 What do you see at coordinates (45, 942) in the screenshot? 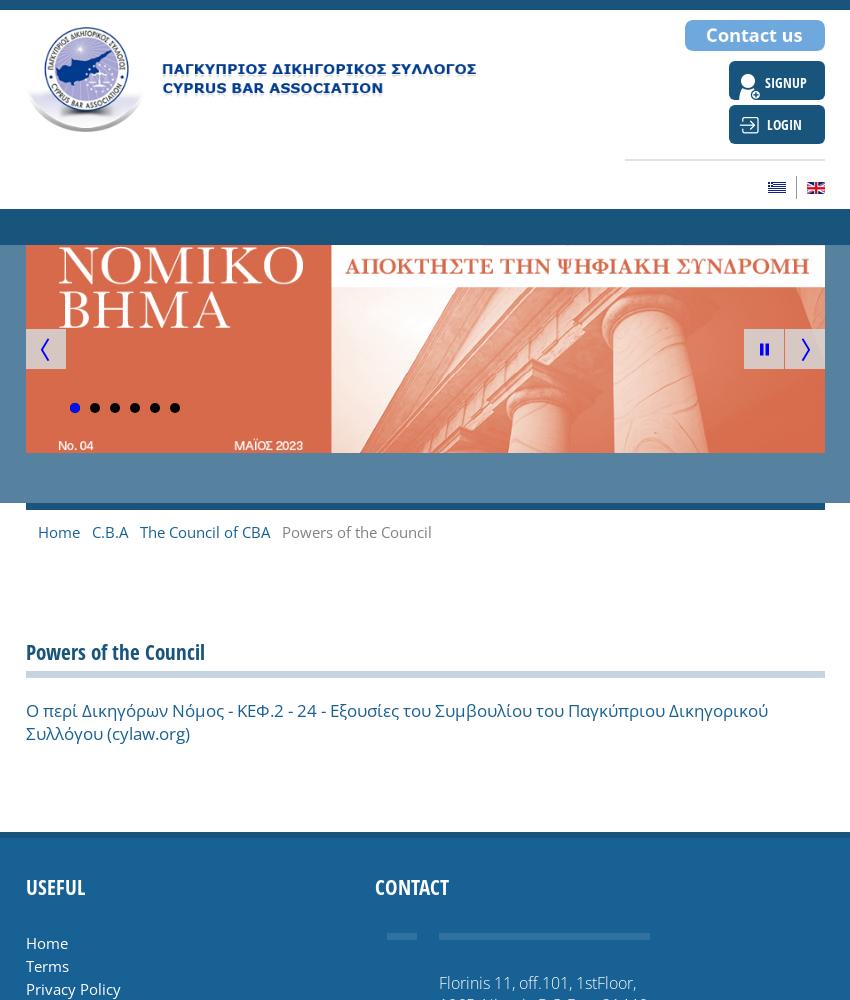
I see `'Home'` at bounding box center [45, 942].